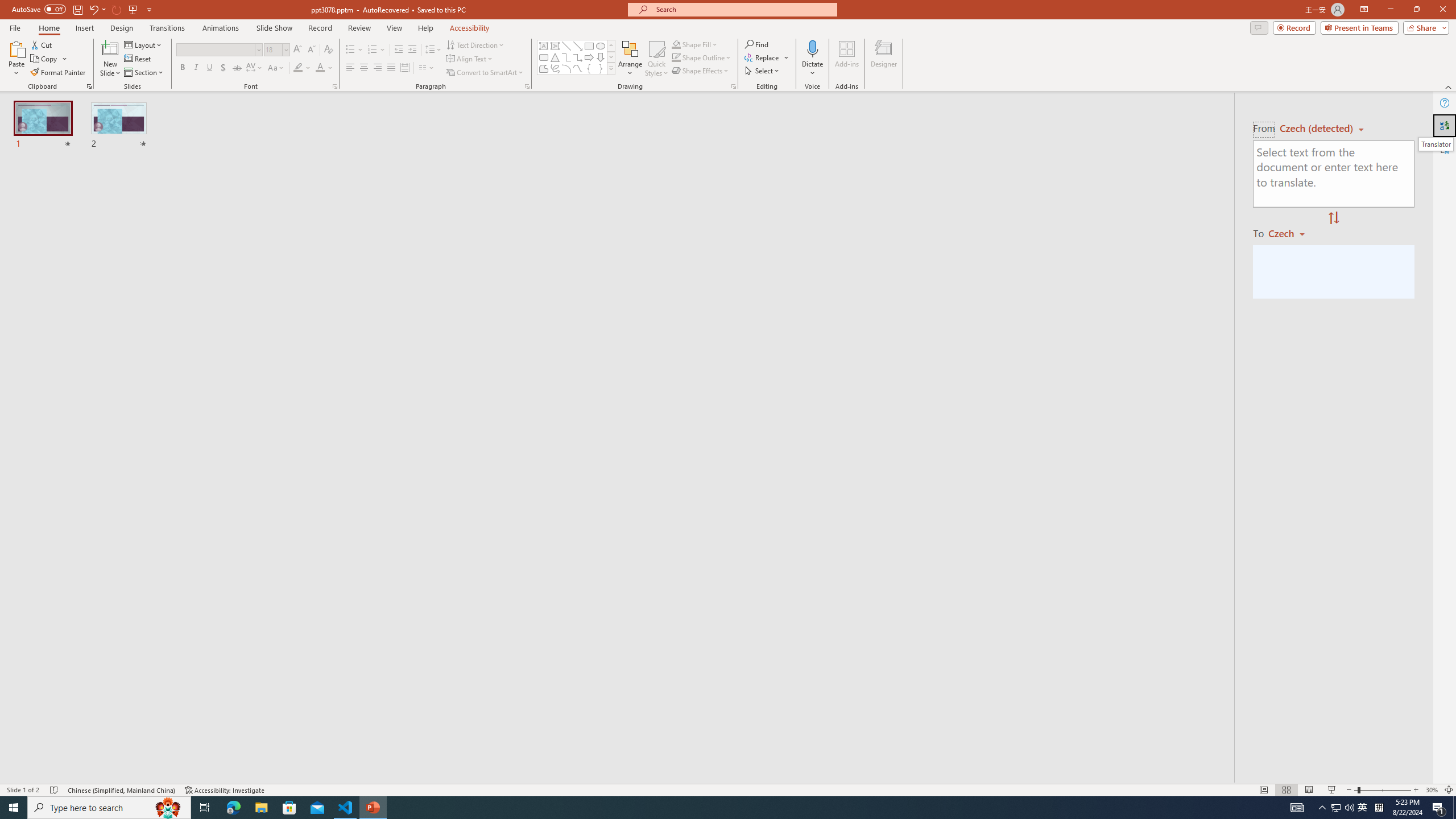  I want to click on 'Font...', so click(334, 85).